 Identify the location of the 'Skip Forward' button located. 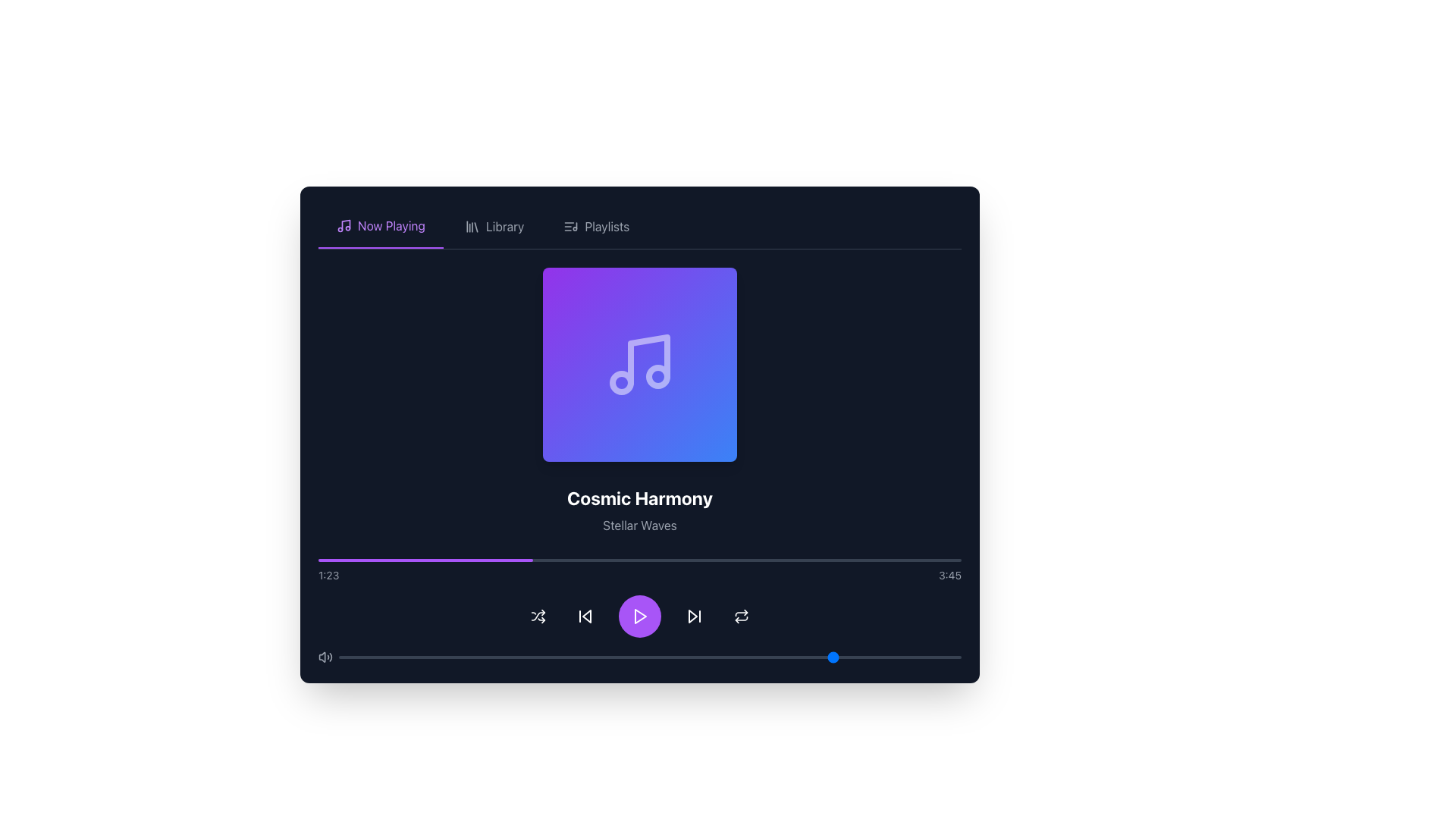
(694, 617).